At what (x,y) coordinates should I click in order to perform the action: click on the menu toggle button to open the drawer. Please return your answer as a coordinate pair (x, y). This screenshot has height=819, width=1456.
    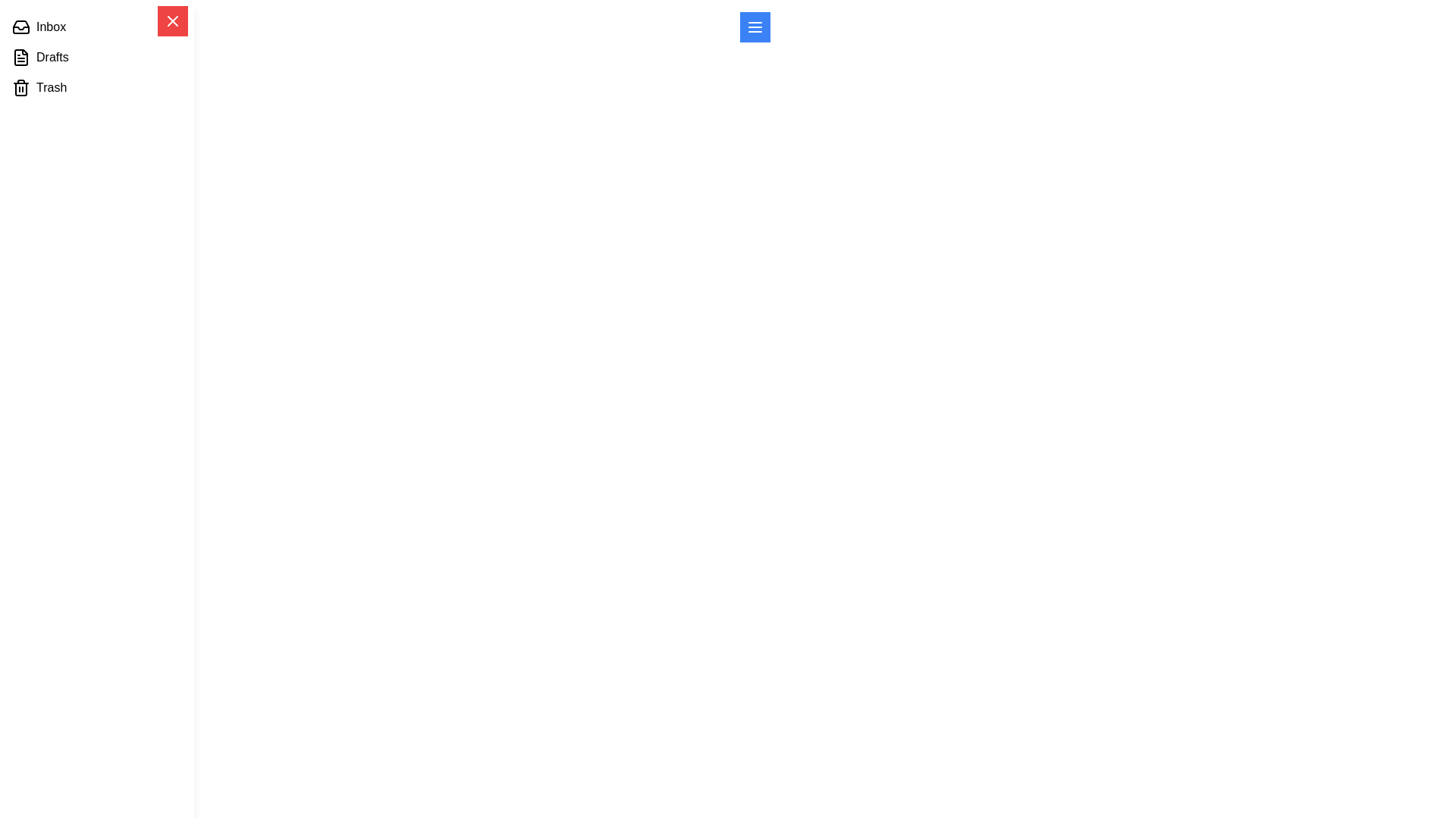
    Looking at the image, I should click on (755, 27).